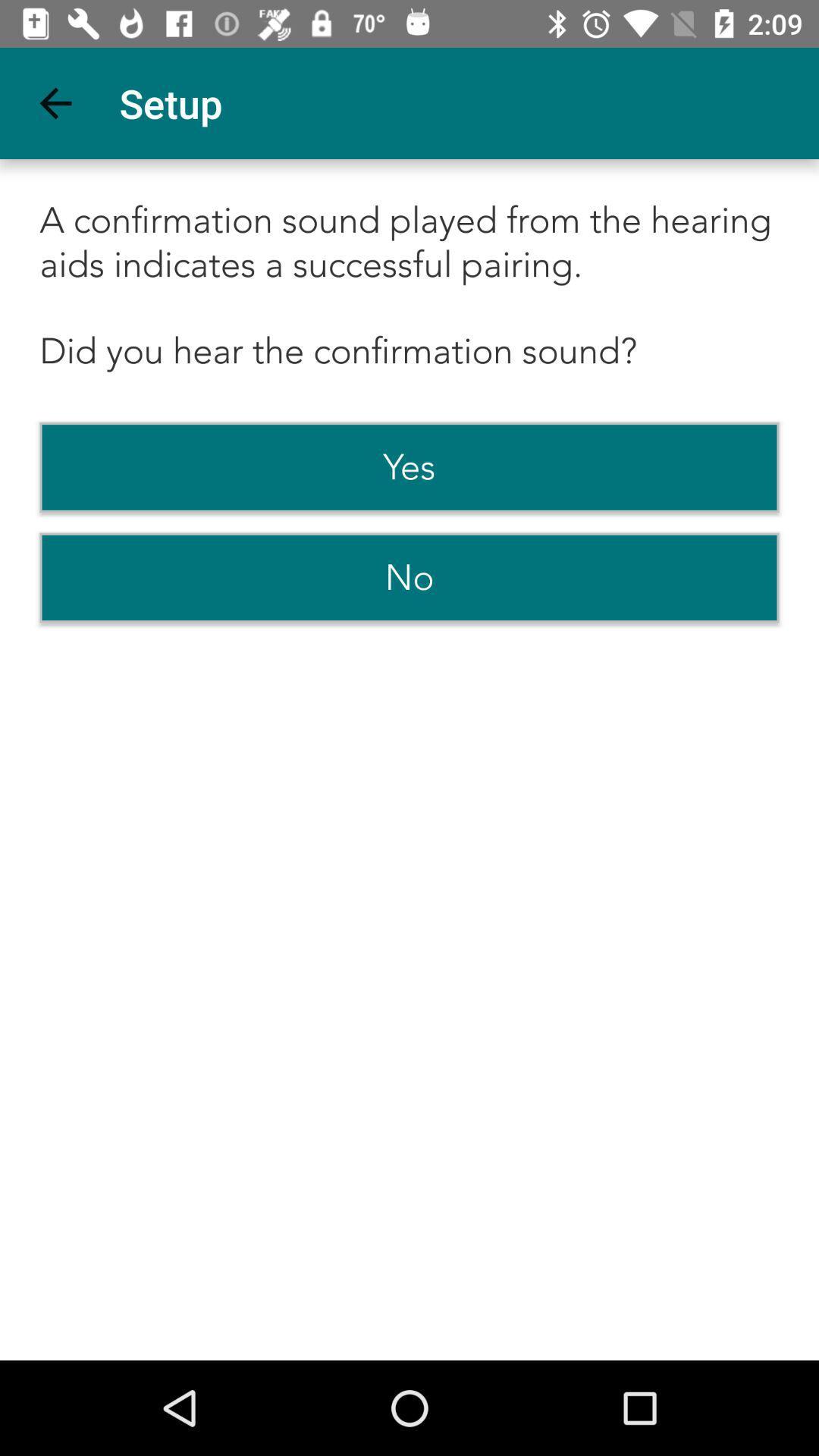 This screenshot has height=1456, width=819. Describe the element at coordinates (409, 577) in the screenshot. I see `the no` at that location.